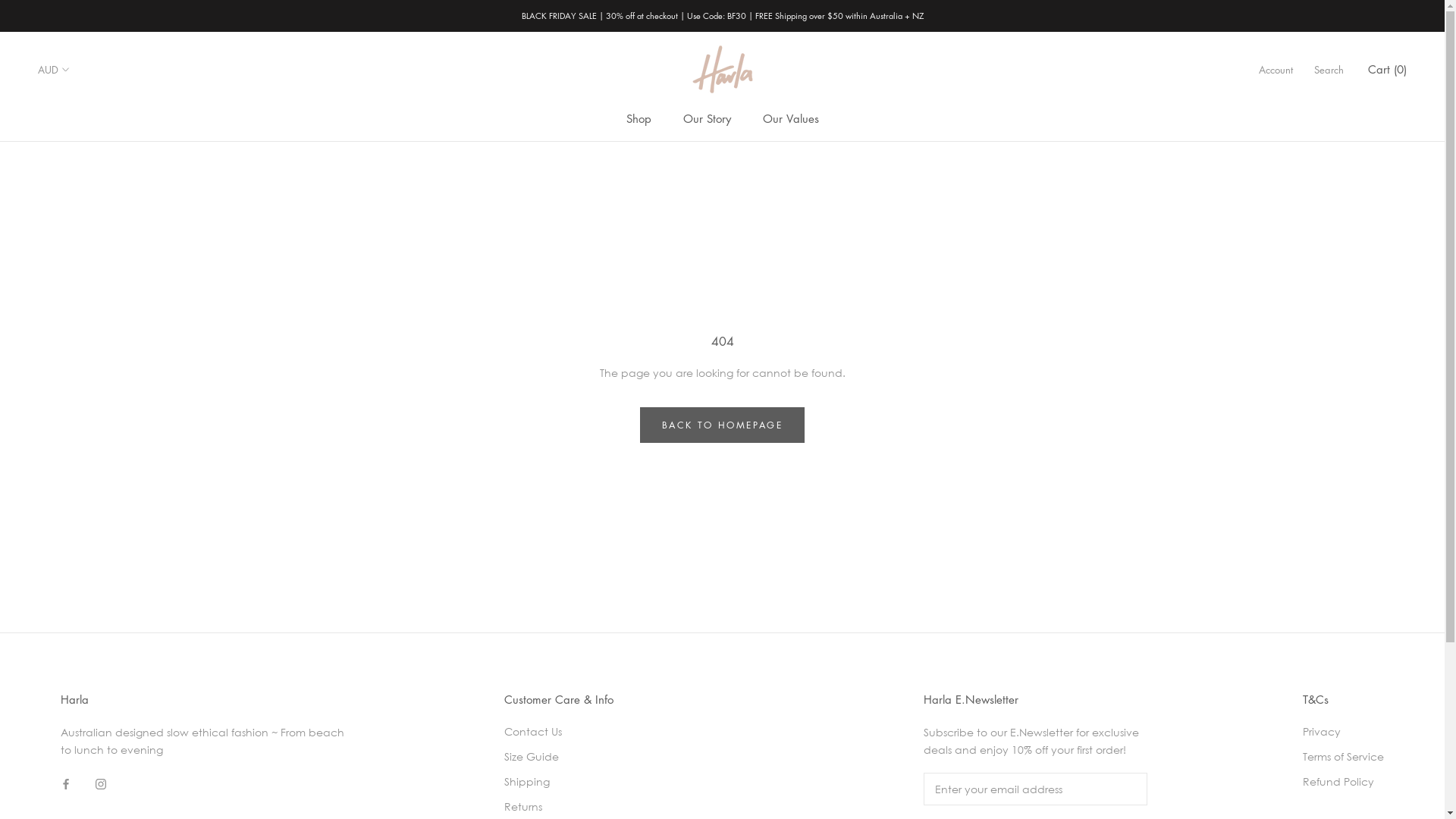 The width and height of the screenshot is (1456, 819). Describe the element at coordinates (640, 425) in the screenshot. I see `'BACK TO HOMEPAGE'` at that location.